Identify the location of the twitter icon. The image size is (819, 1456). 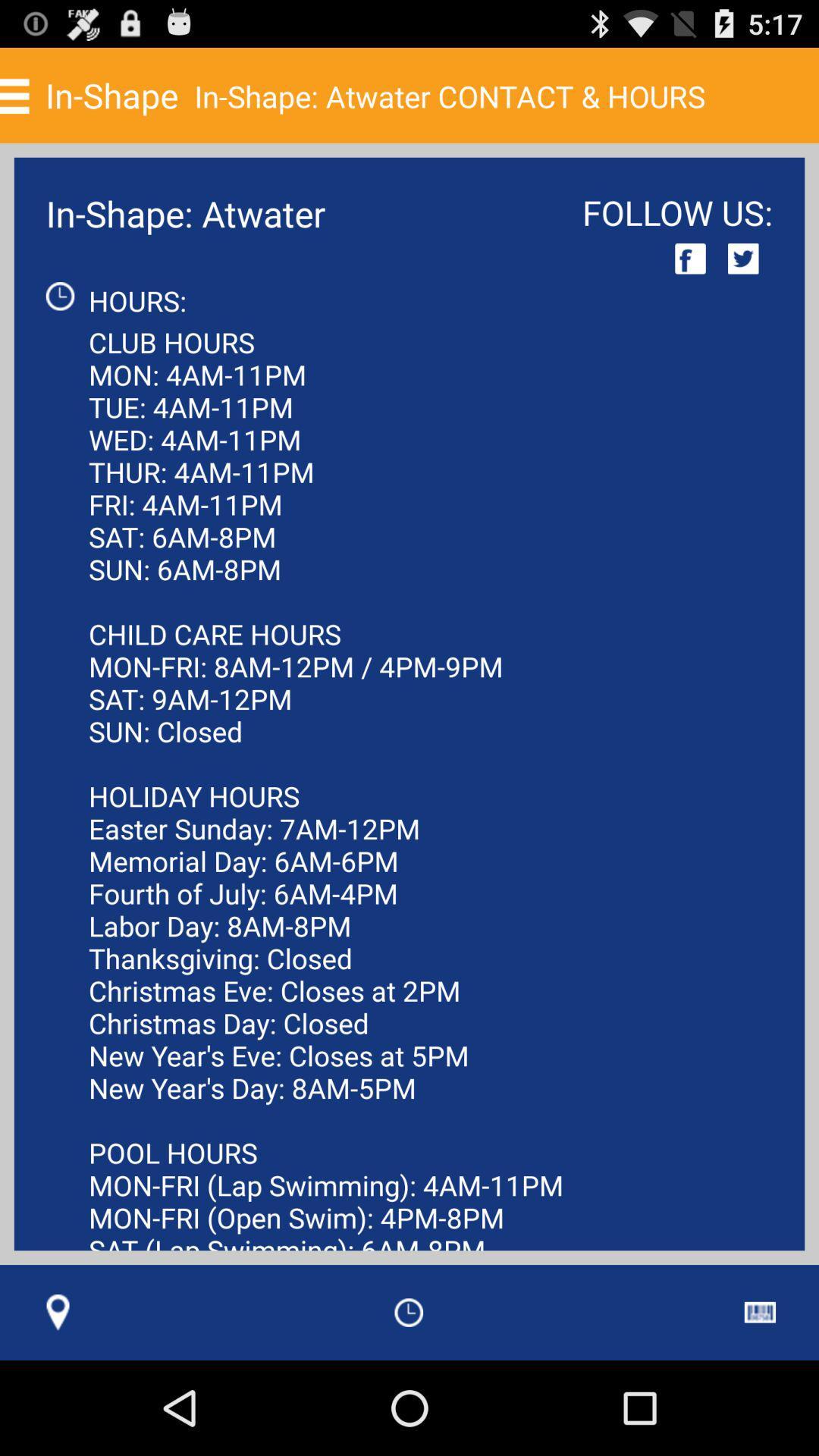
(742, 277).